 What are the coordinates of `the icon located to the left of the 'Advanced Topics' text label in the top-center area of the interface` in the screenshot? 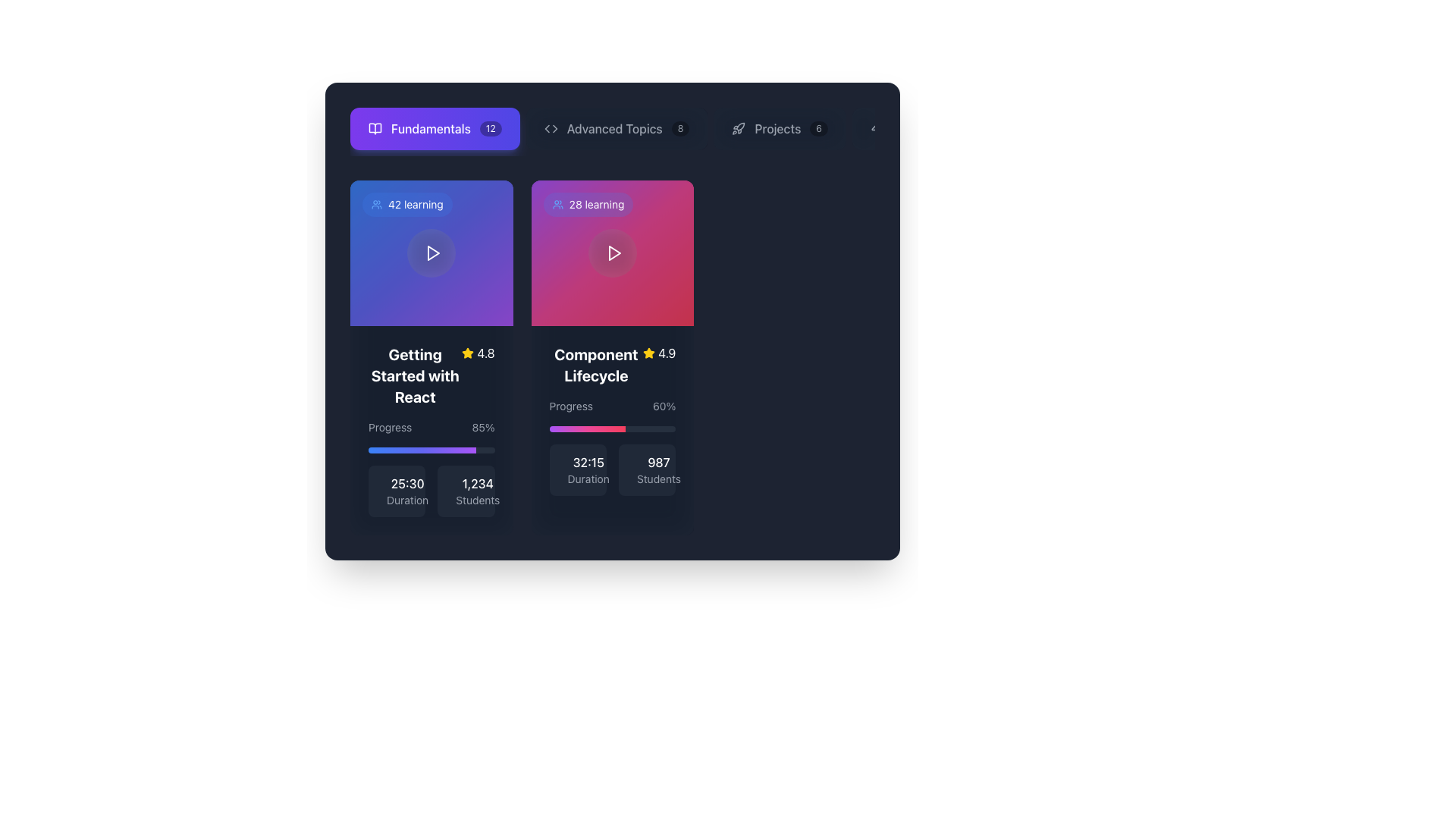 It's located at (550, 127).